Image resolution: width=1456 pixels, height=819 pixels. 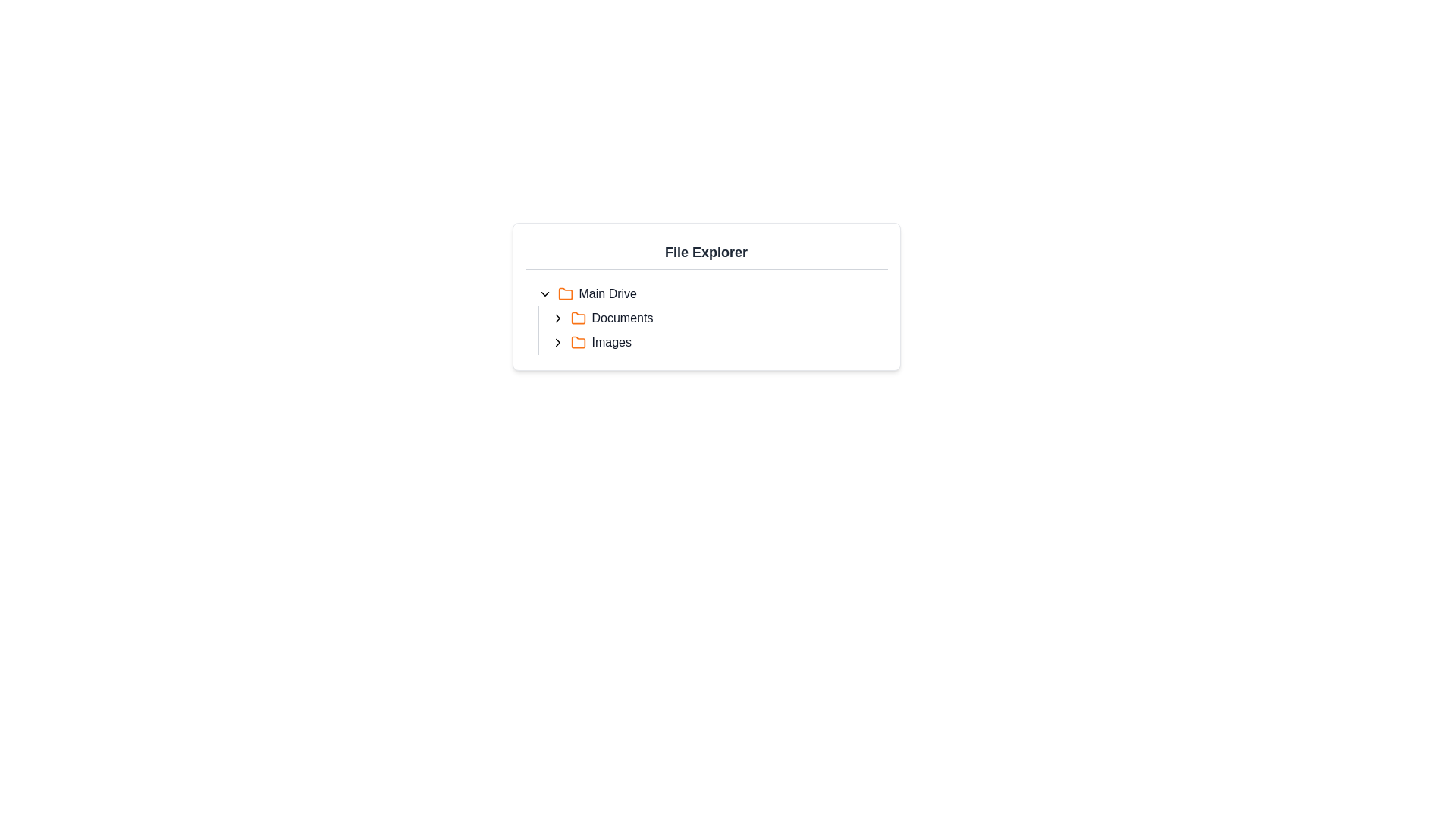 What do you see at coordinates (577, 318) in the screenshot?
I see `the folder icon with an orange outline located next to the text 'Documents' in the second row of the file structure` at bounding box center [577, 318].